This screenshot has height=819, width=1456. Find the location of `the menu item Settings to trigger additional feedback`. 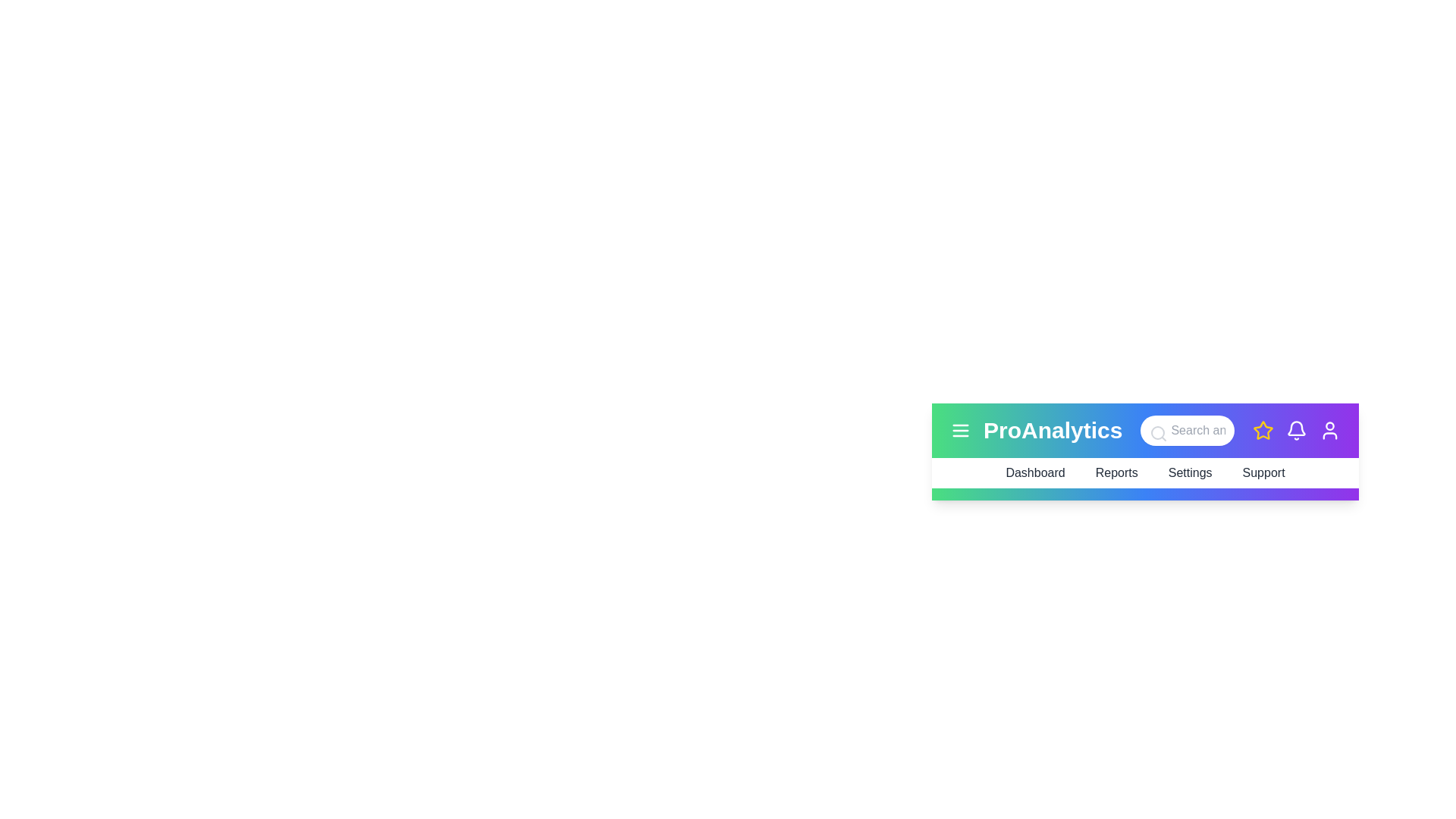

the menu item Settings to trigger additional feedback is located at coordinates (1189, 472).